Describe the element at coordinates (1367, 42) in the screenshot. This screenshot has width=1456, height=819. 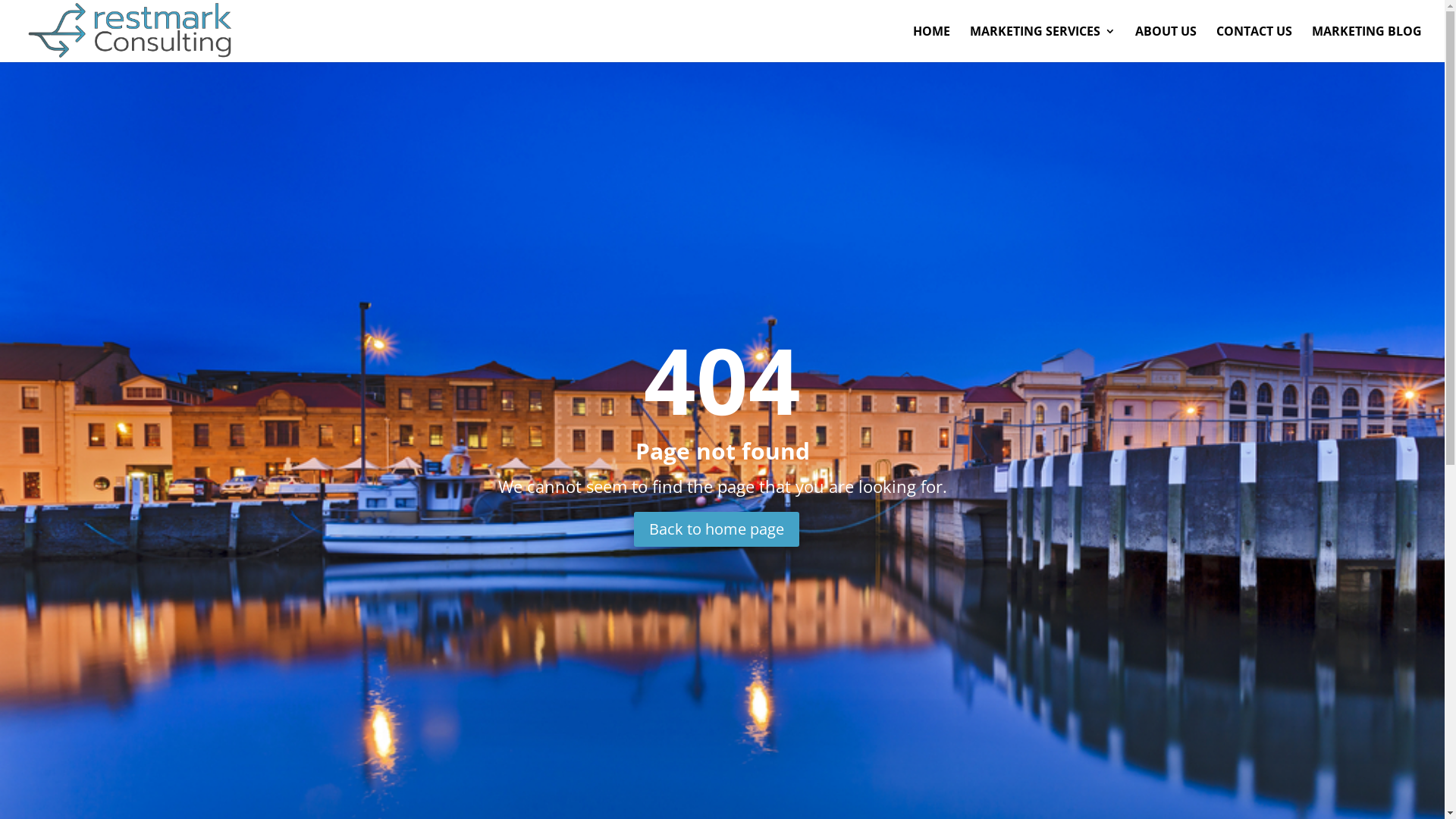
I see `'MARKETING BLOG'` at that location.